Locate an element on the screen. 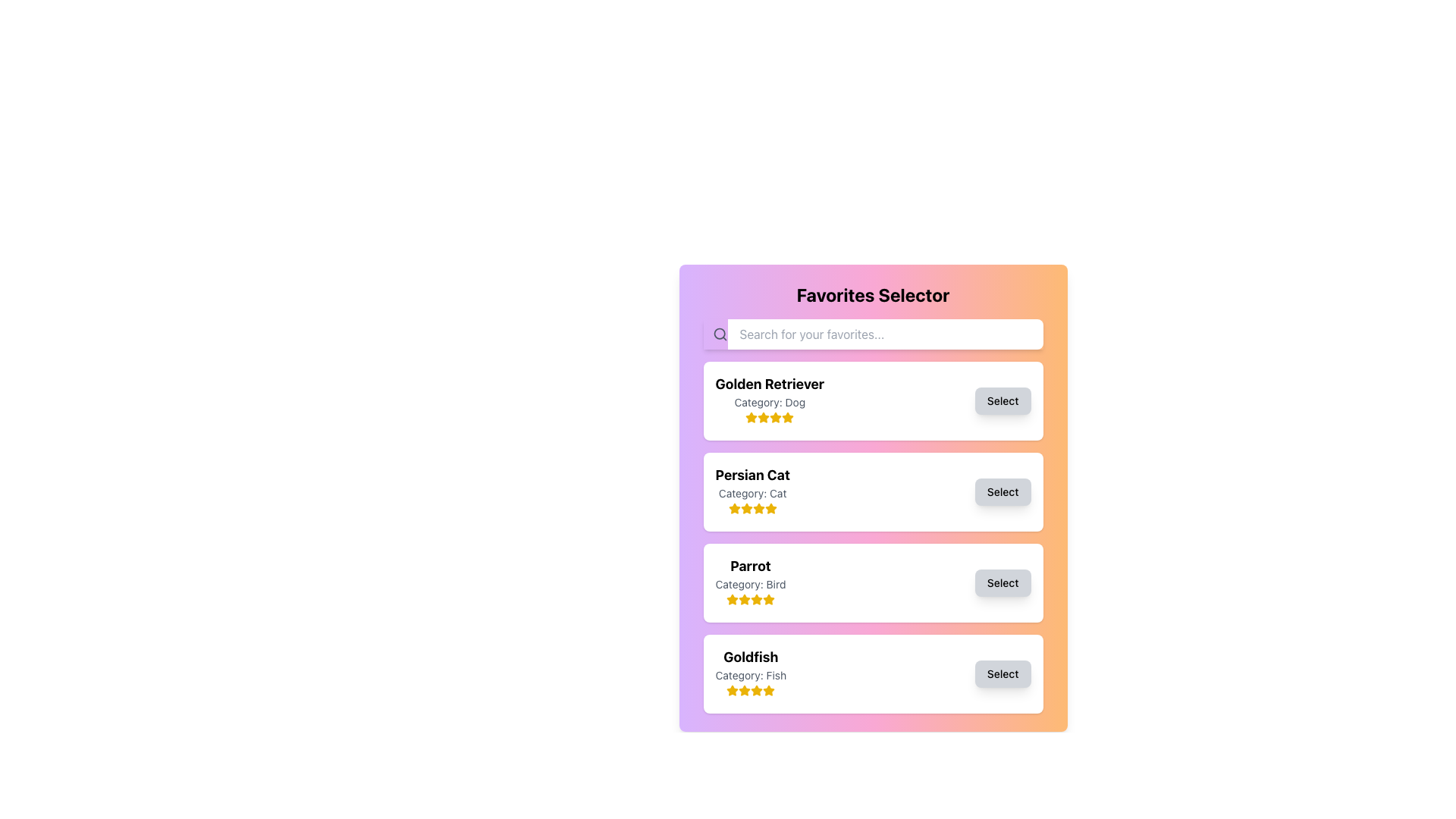 The image size is (1456, 819). the second star icon in the 5-star rating system for the 'Parrot' item in the 'Favorites Selector' is located at coordinates (732, 598).